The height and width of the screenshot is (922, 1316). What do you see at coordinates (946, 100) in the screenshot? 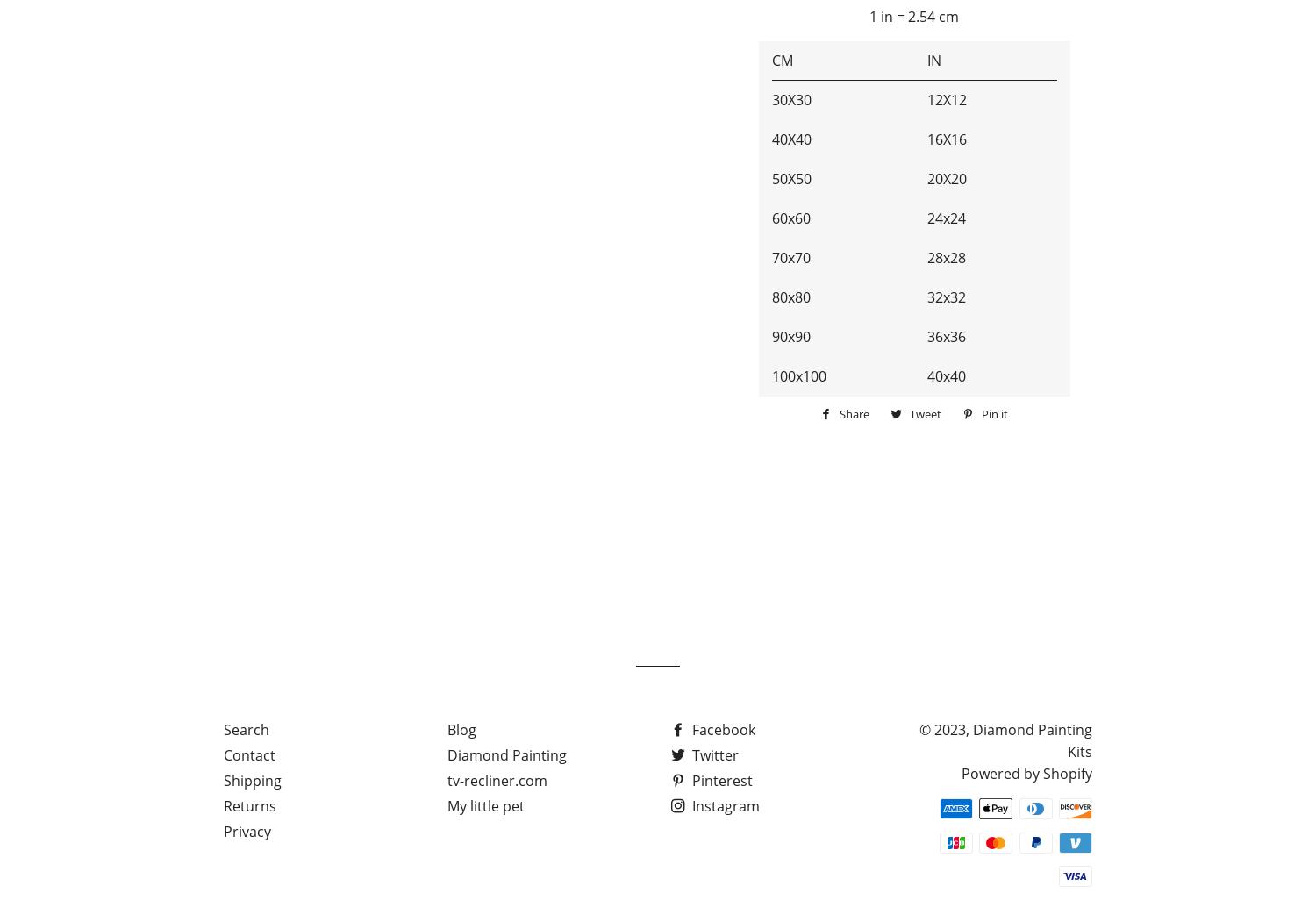
I see `'12X12'` at bounding box center [946, 100].